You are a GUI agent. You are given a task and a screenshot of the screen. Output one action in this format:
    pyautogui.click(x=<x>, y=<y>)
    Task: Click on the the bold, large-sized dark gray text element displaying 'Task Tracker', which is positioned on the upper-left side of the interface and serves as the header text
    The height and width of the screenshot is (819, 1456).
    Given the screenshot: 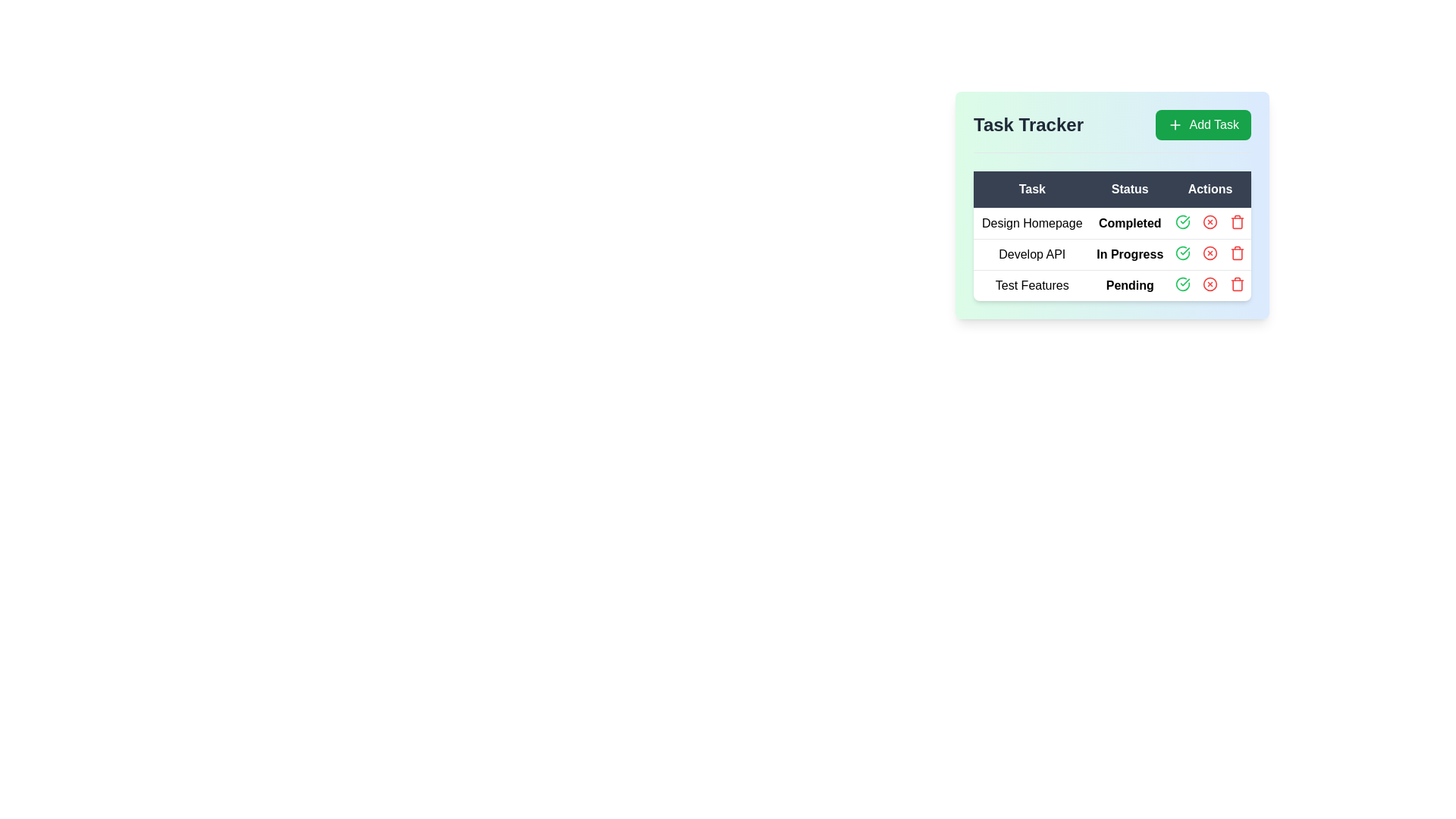 What is the action you would take?
    pyautogui.click(x=1028, y=124)
    